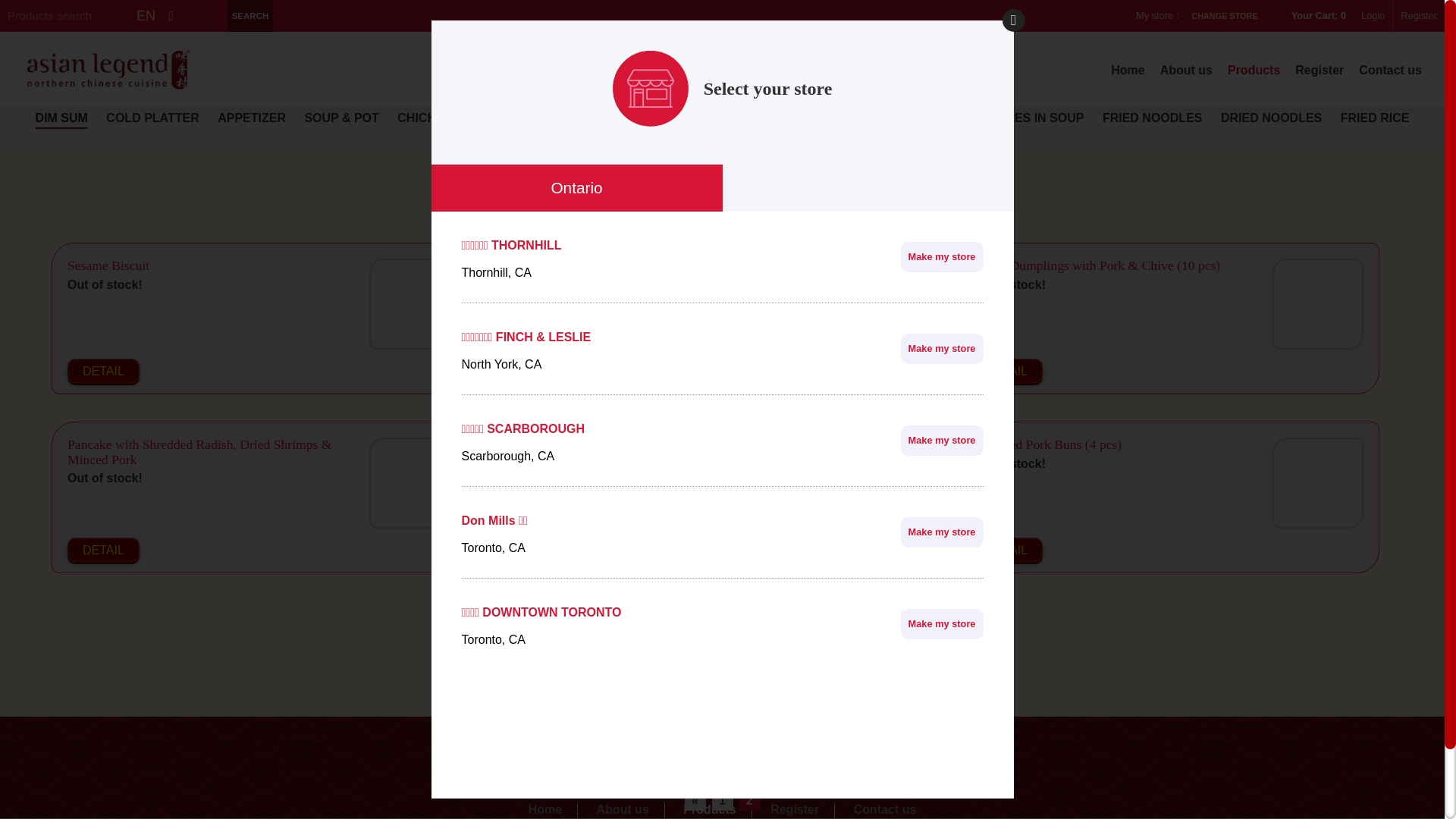 Image resolution: width=1456 pixels, height=819 pixels. I want to click on 'APPETIZER', so click(251, 117).